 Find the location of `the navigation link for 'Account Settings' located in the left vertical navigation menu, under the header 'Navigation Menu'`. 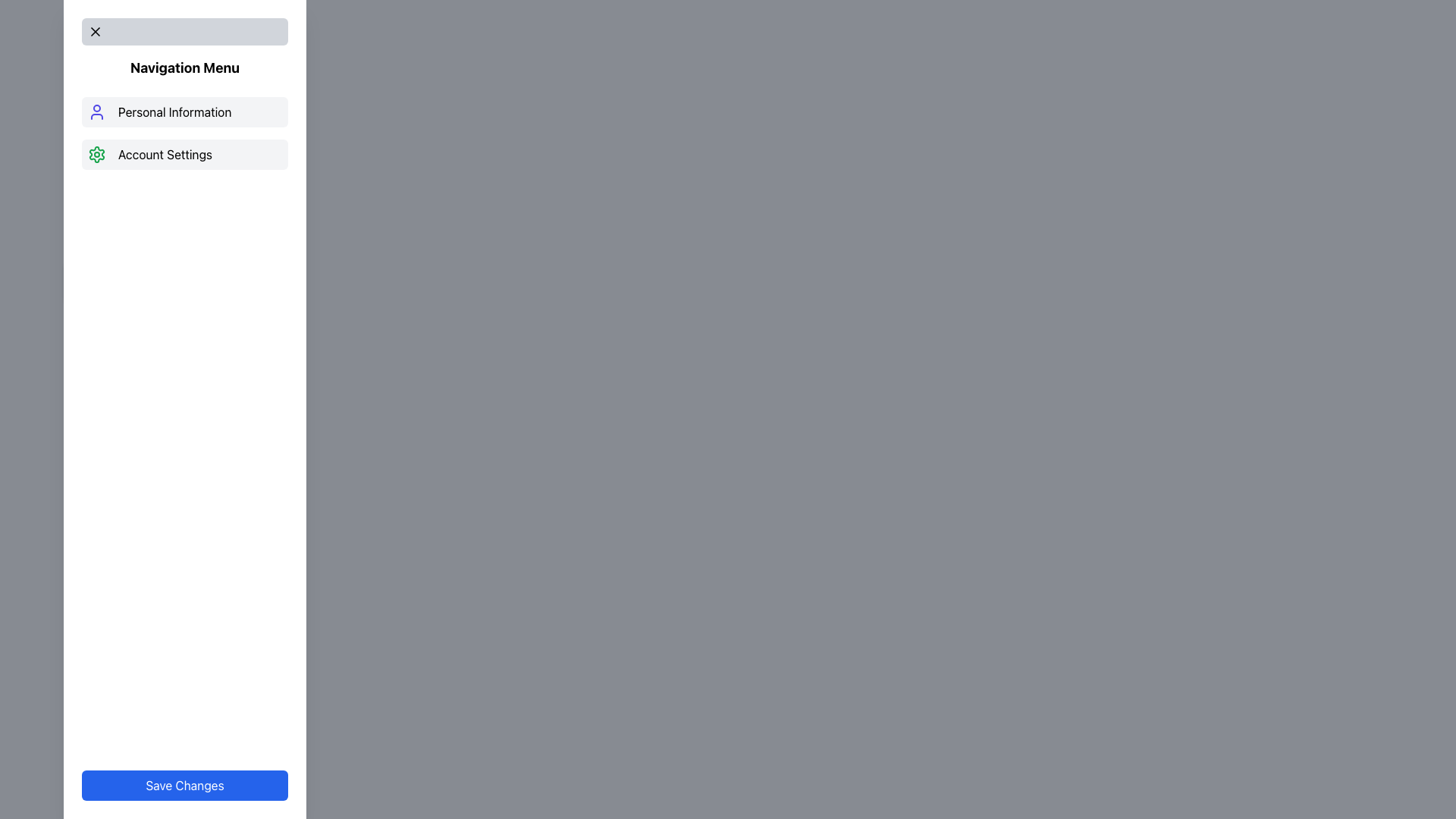

the navigation link for 'Account Settings' located in the left vertical navigation menu, under the header 'Navigation Menu' is located at coordinates (184, 155).